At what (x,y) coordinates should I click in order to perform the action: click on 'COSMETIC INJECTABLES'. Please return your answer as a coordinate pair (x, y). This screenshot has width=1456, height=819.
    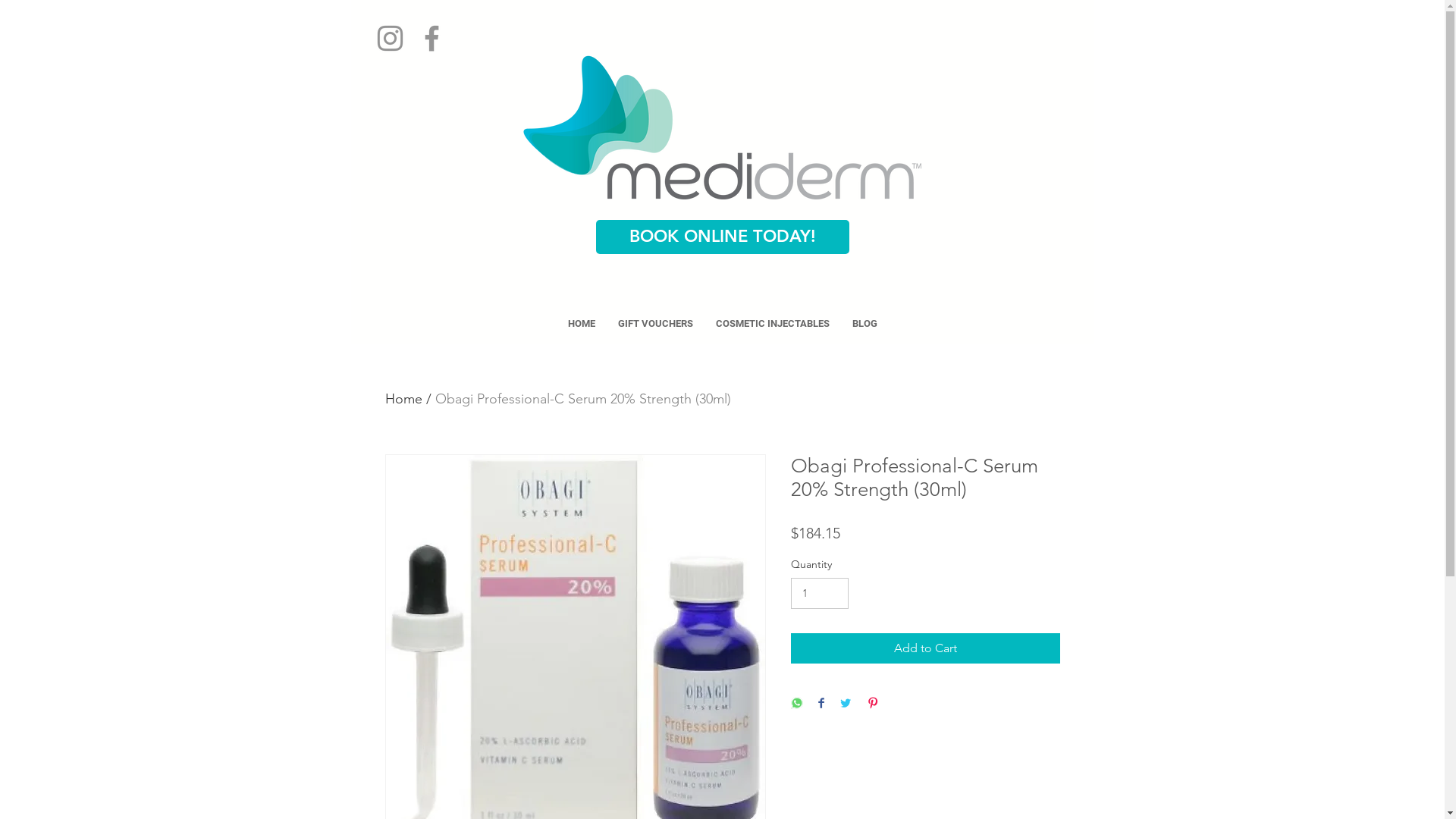
    Looking at the image, I should click on (704, 323).